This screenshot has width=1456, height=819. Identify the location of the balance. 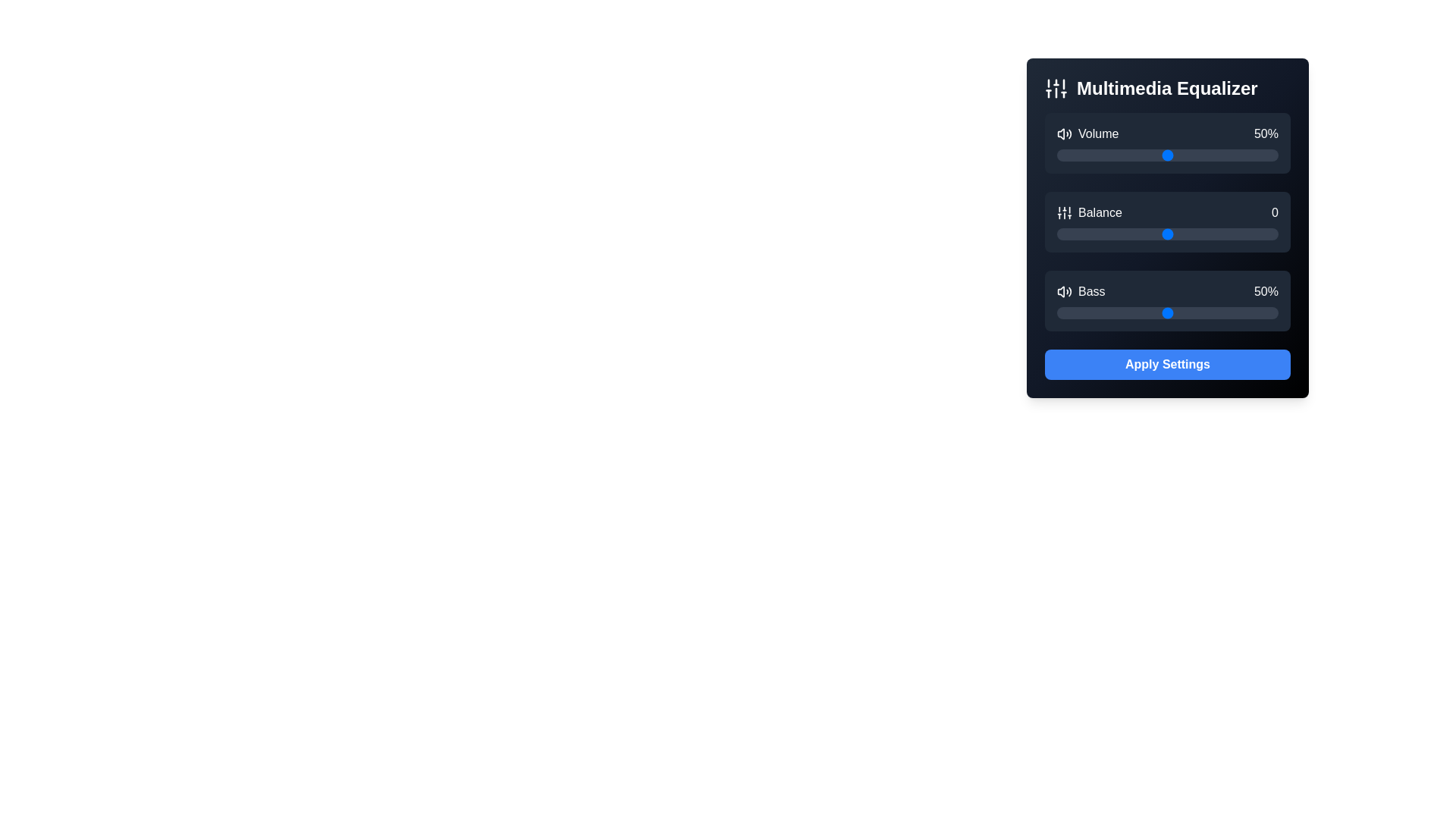
(1094, 234).